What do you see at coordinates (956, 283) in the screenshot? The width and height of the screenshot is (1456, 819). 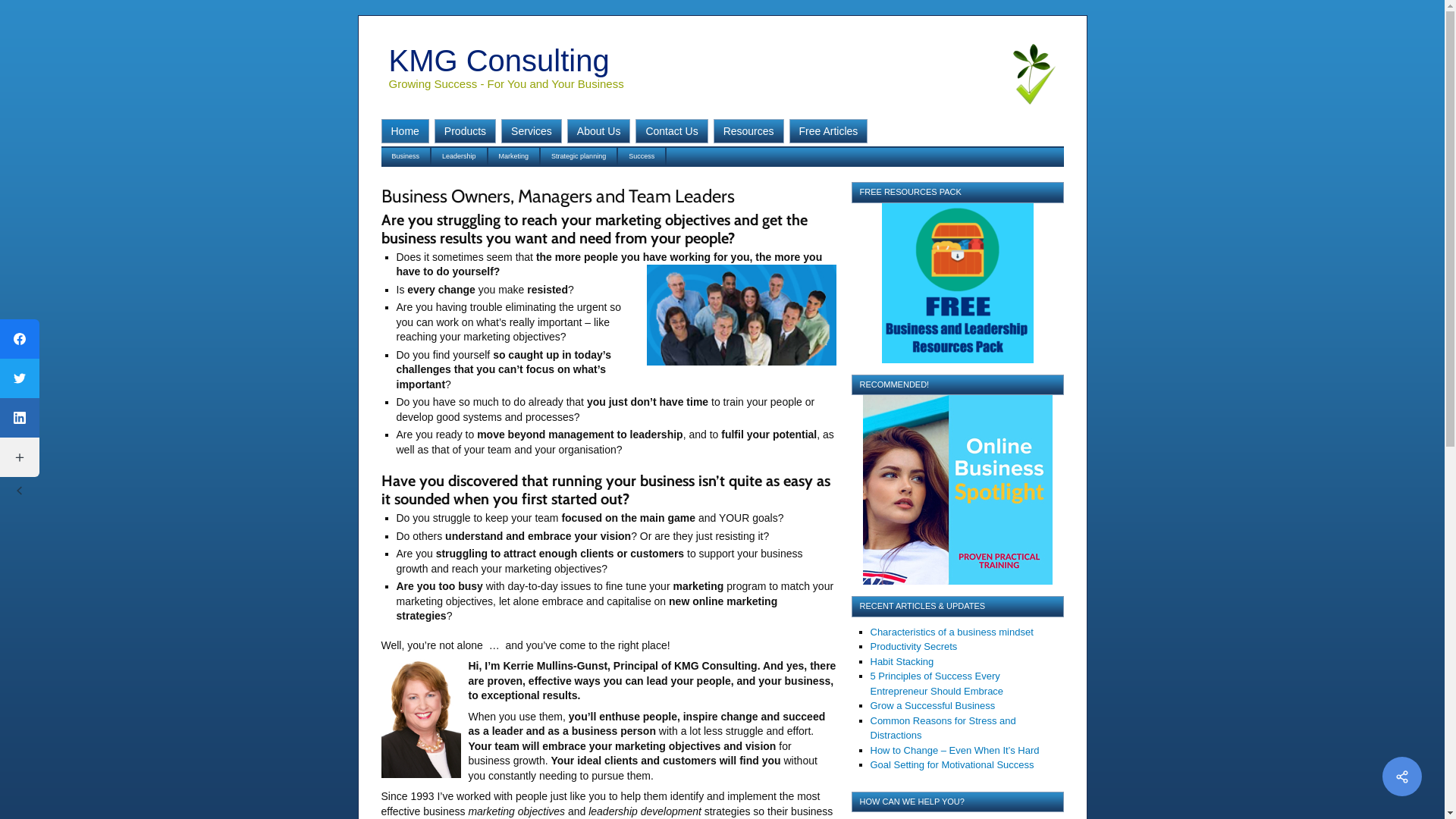 I see `'Free Leadership Resources Pack'` at bounding box center [956, 283].